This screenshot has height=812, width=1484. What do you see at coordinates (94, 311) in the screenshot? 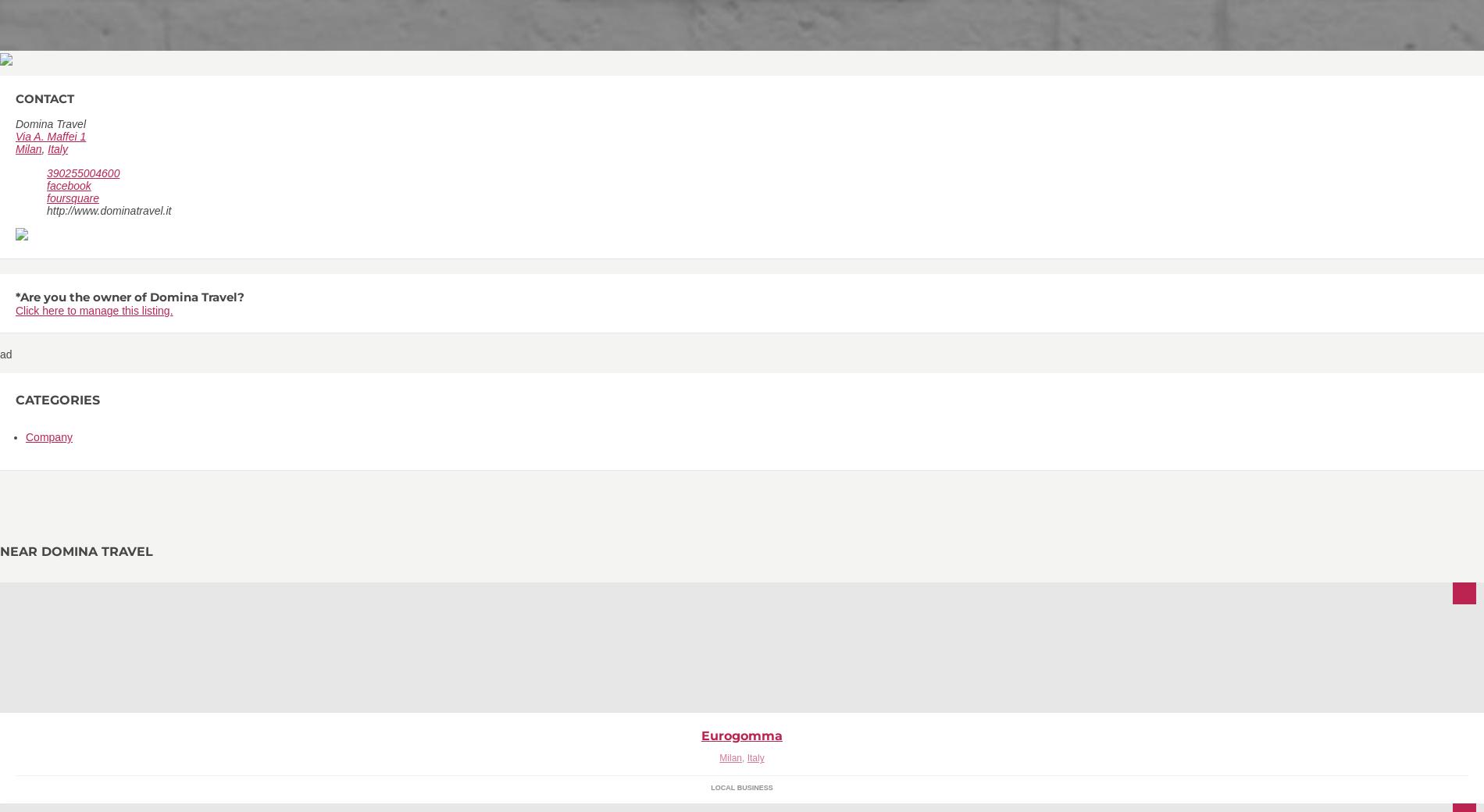
I see `'Click here to manage this listing.'` at bounding box center [94, 311].